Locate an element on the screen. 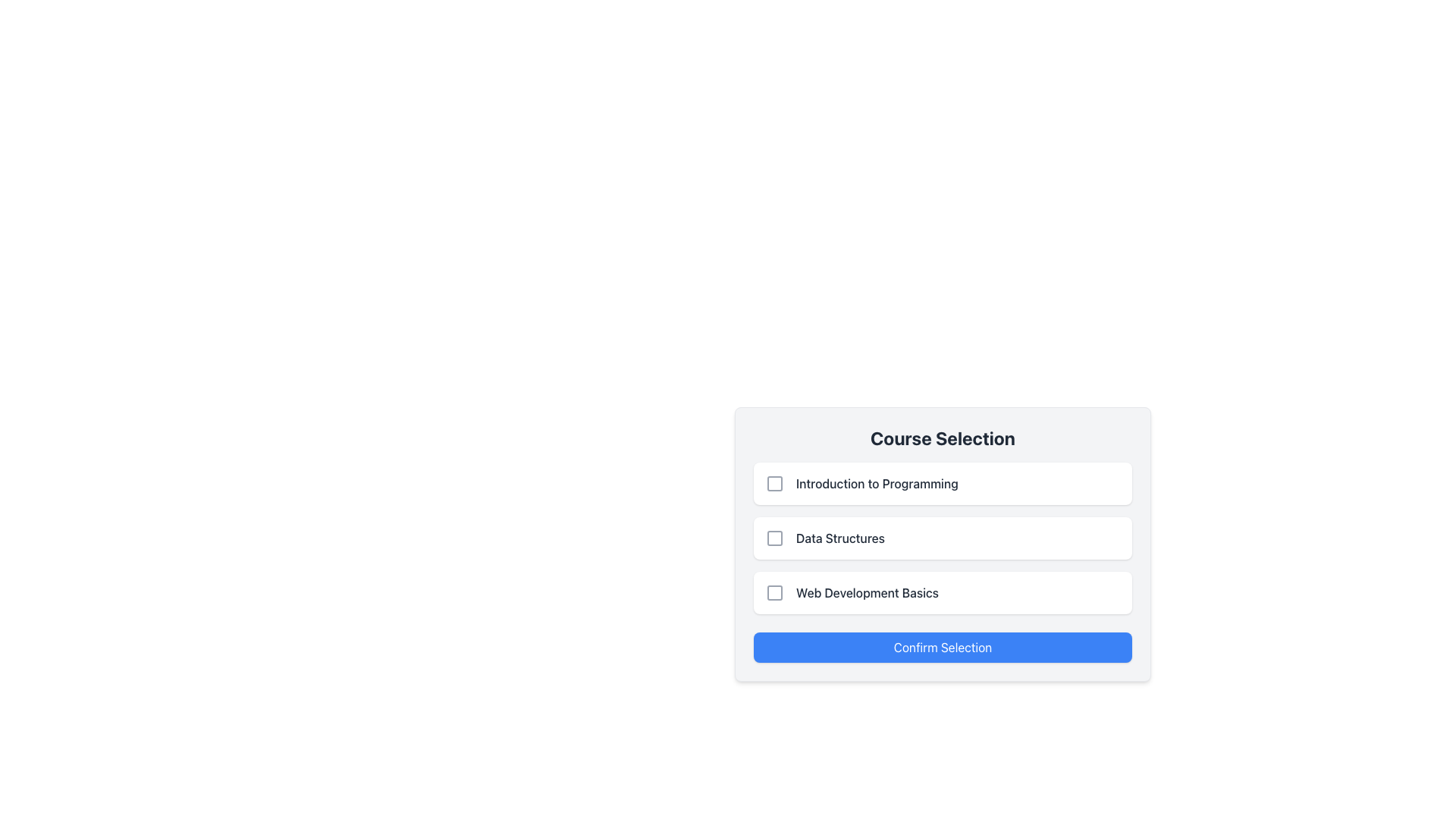 This screenshot has width=1456, height=819. the checkboxes within the course selection modal dialog is located at coordinates (942, 590).